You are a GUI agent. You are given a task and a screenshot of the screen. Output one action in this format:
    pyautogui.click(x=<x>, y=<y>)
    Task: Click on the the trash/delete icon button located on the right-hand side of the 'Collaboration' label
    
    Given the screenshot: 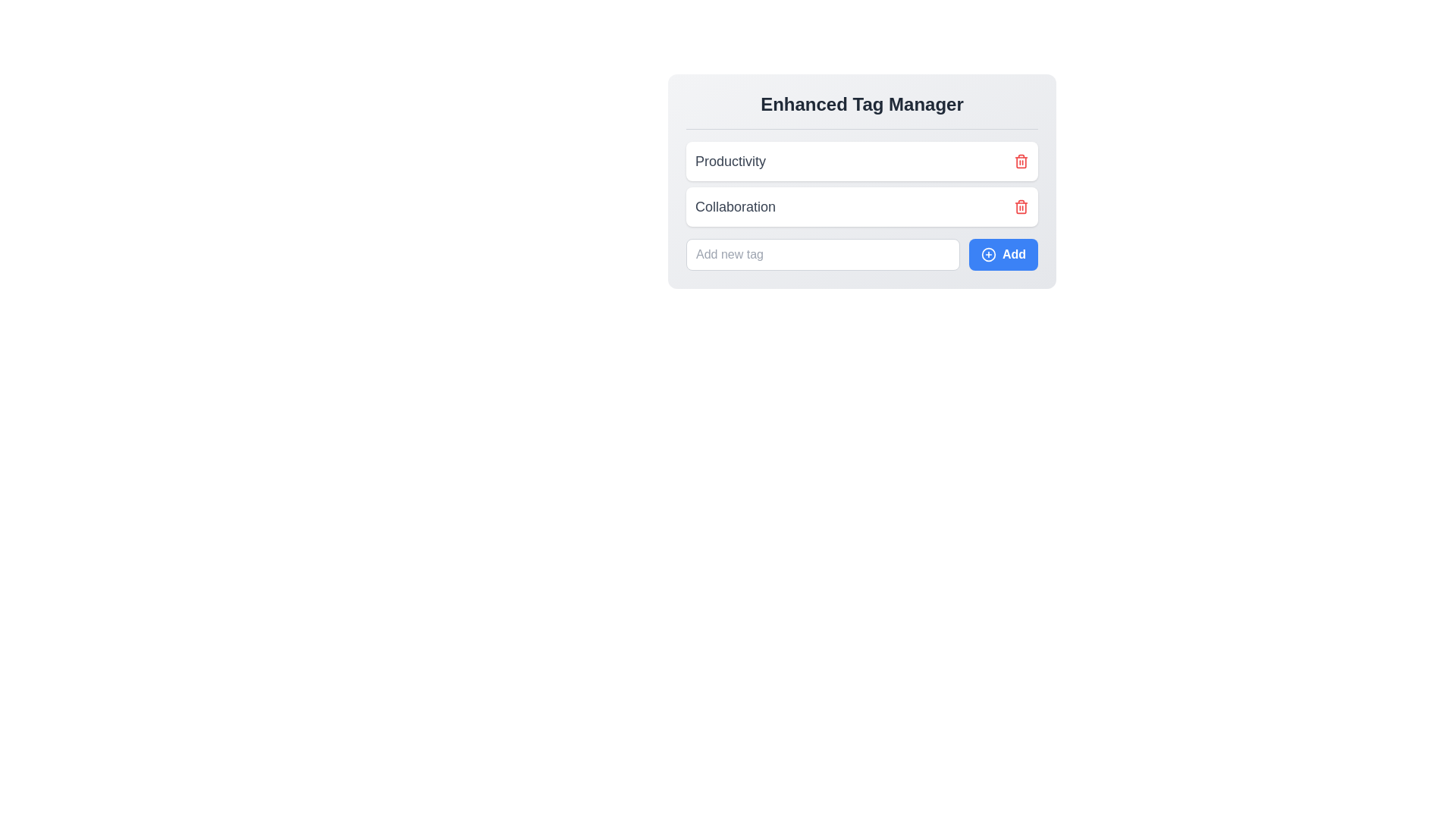 What is the action you would take?
    pyautogui.click(x=1021, y=207)
    